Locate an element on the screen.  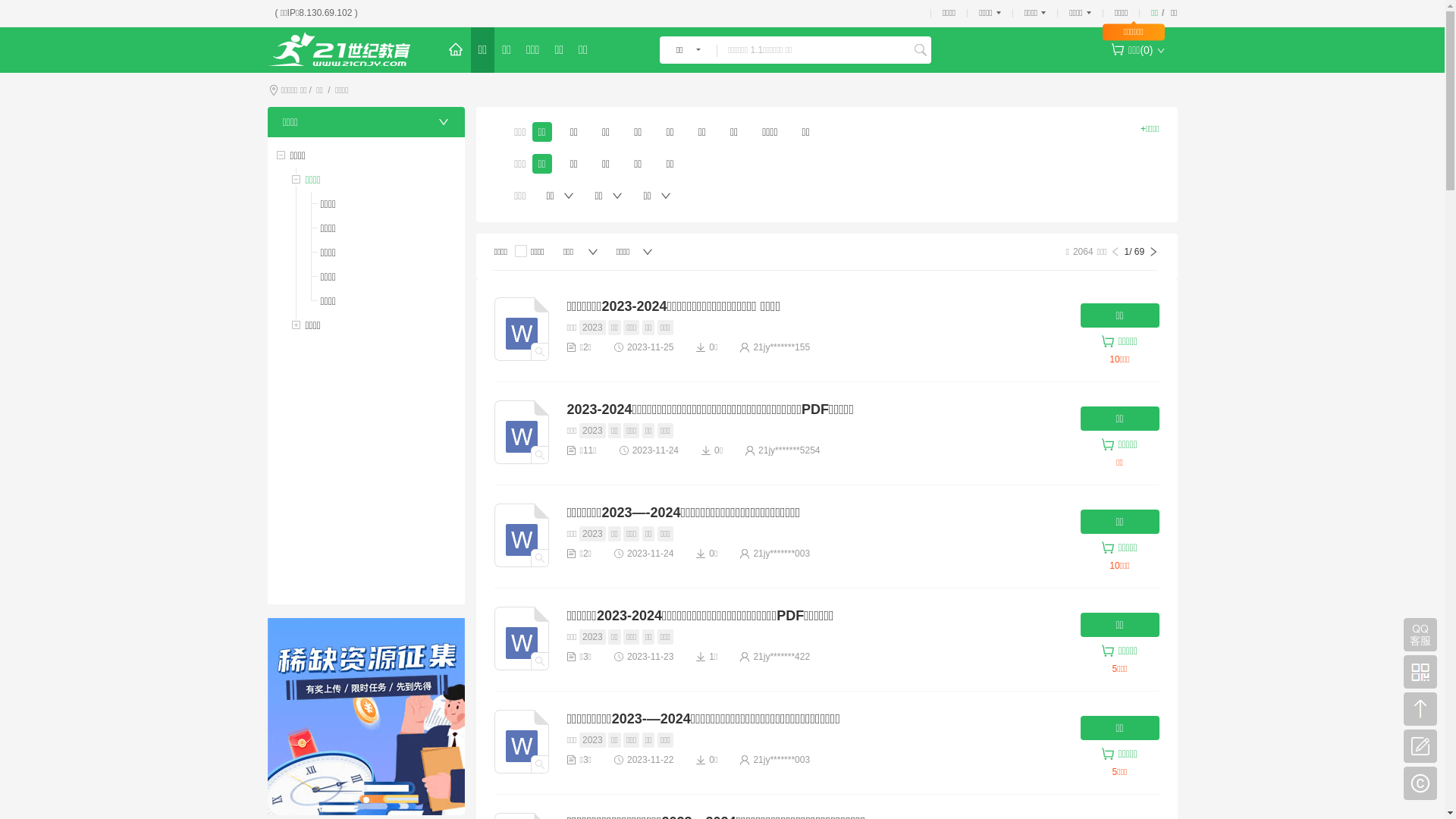
'21jy*******003' is located at coordinates (753, 553).